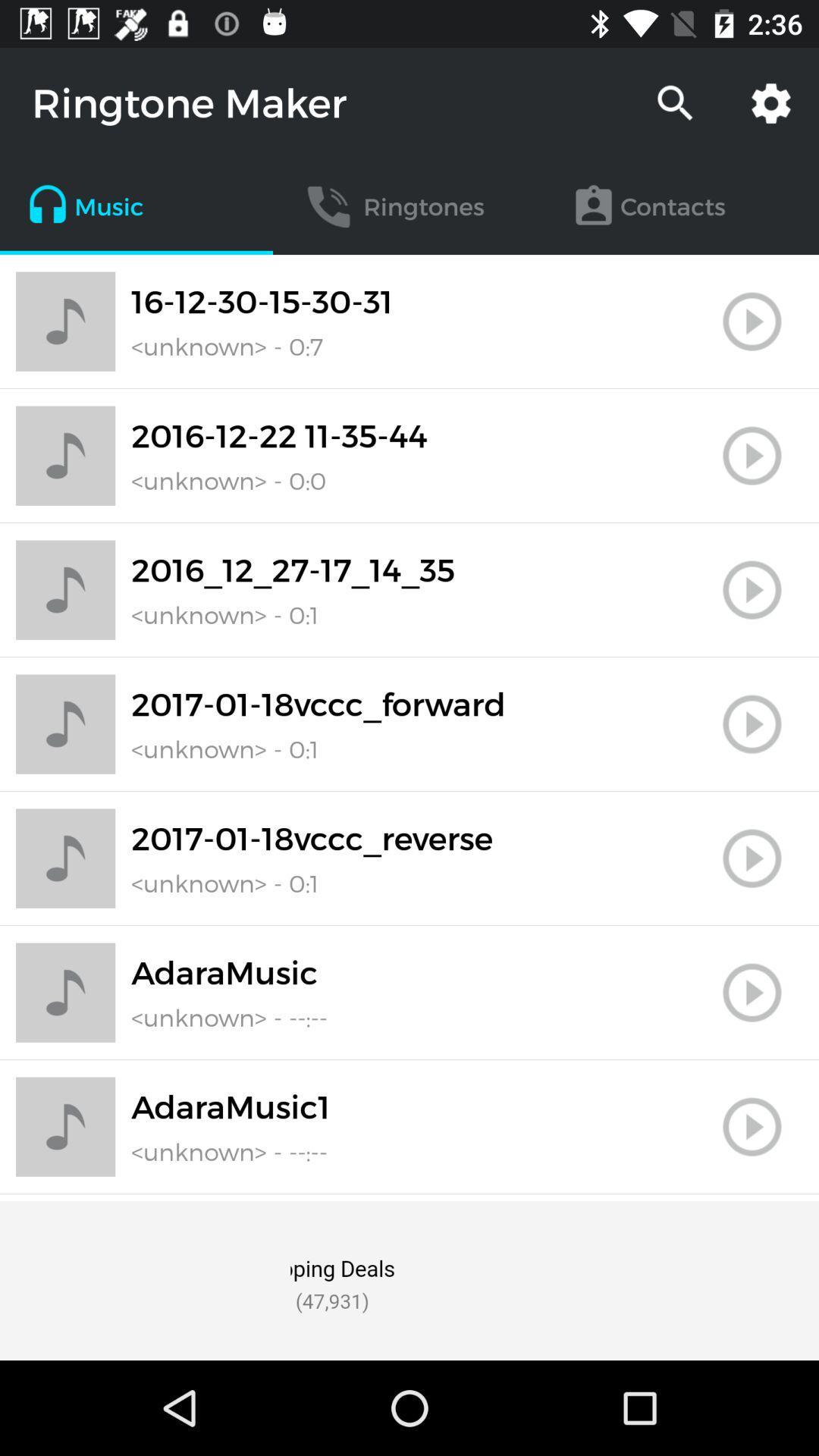 The height and width of the screenshot is (1456, 819). I want to click on ringtone, so click(752, 1127).